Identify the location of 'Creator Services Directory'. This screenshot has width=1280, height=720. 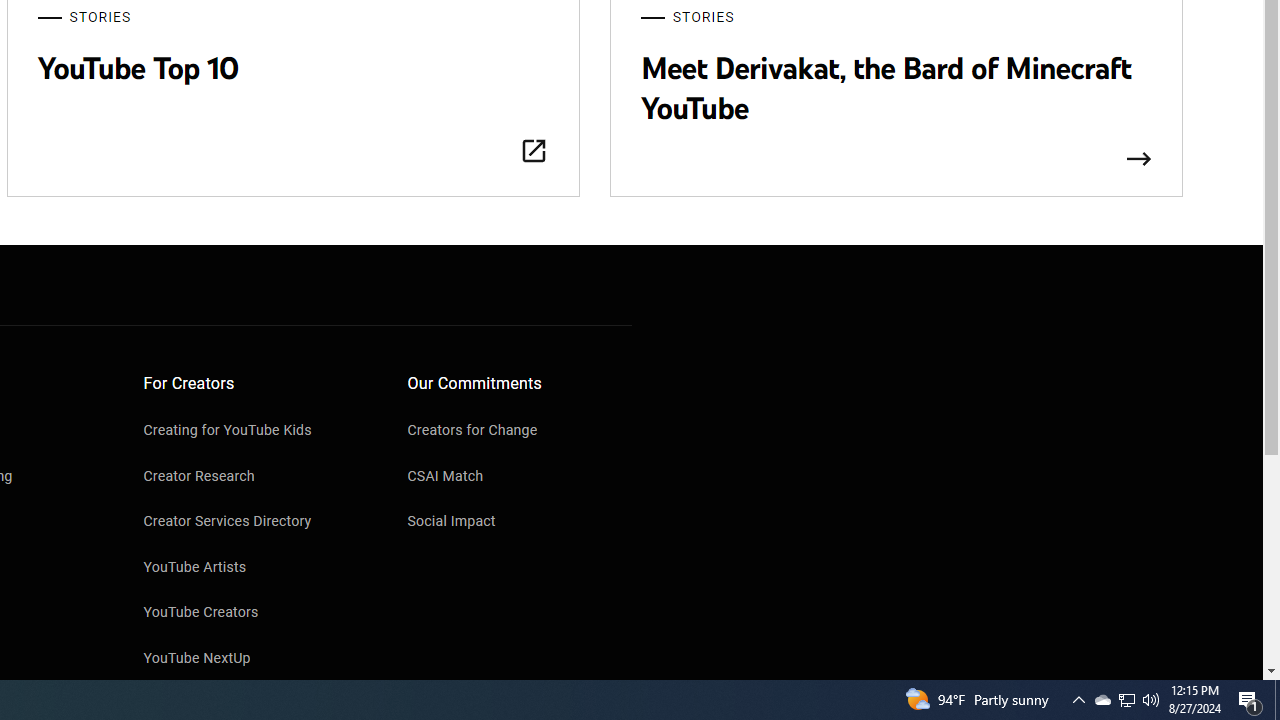
(255, 522).